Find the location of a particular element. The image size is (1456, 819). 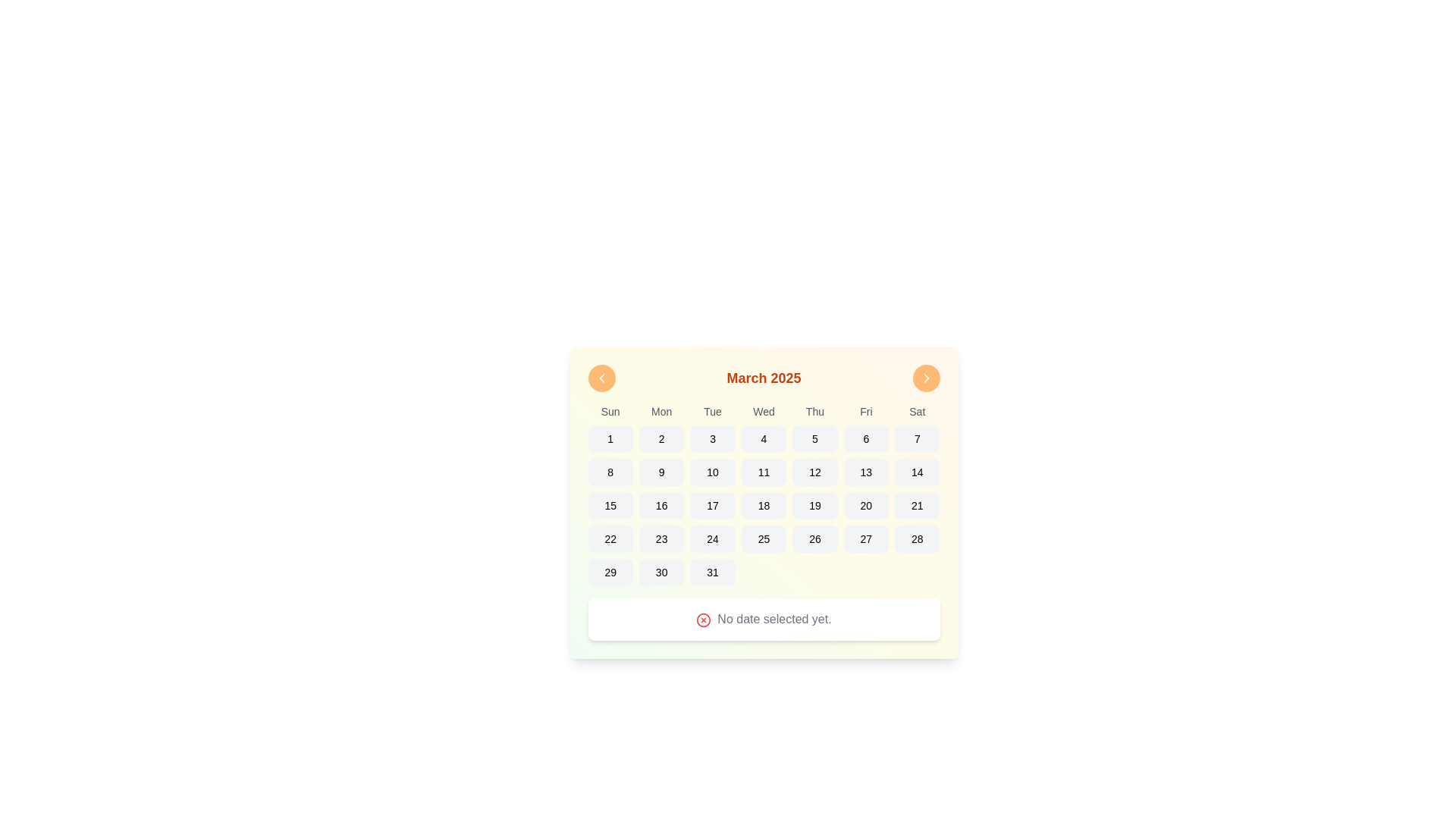

the calendar date button representing the 6th day of the month located under the 'Fri' column is located at coordinates (866, 438).